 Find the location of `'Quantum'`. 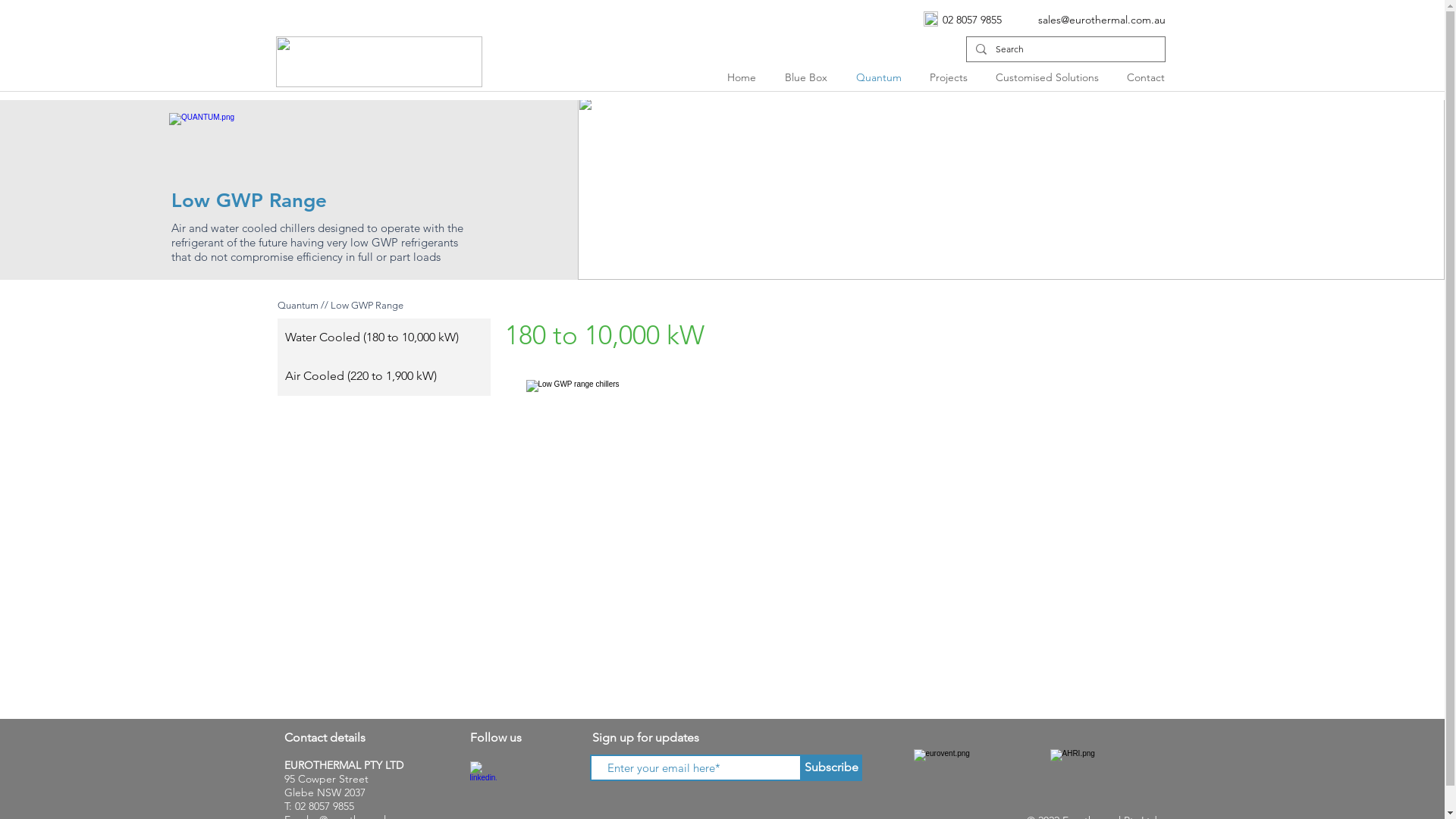

'Quantum' is located at coordinates (881, 77).